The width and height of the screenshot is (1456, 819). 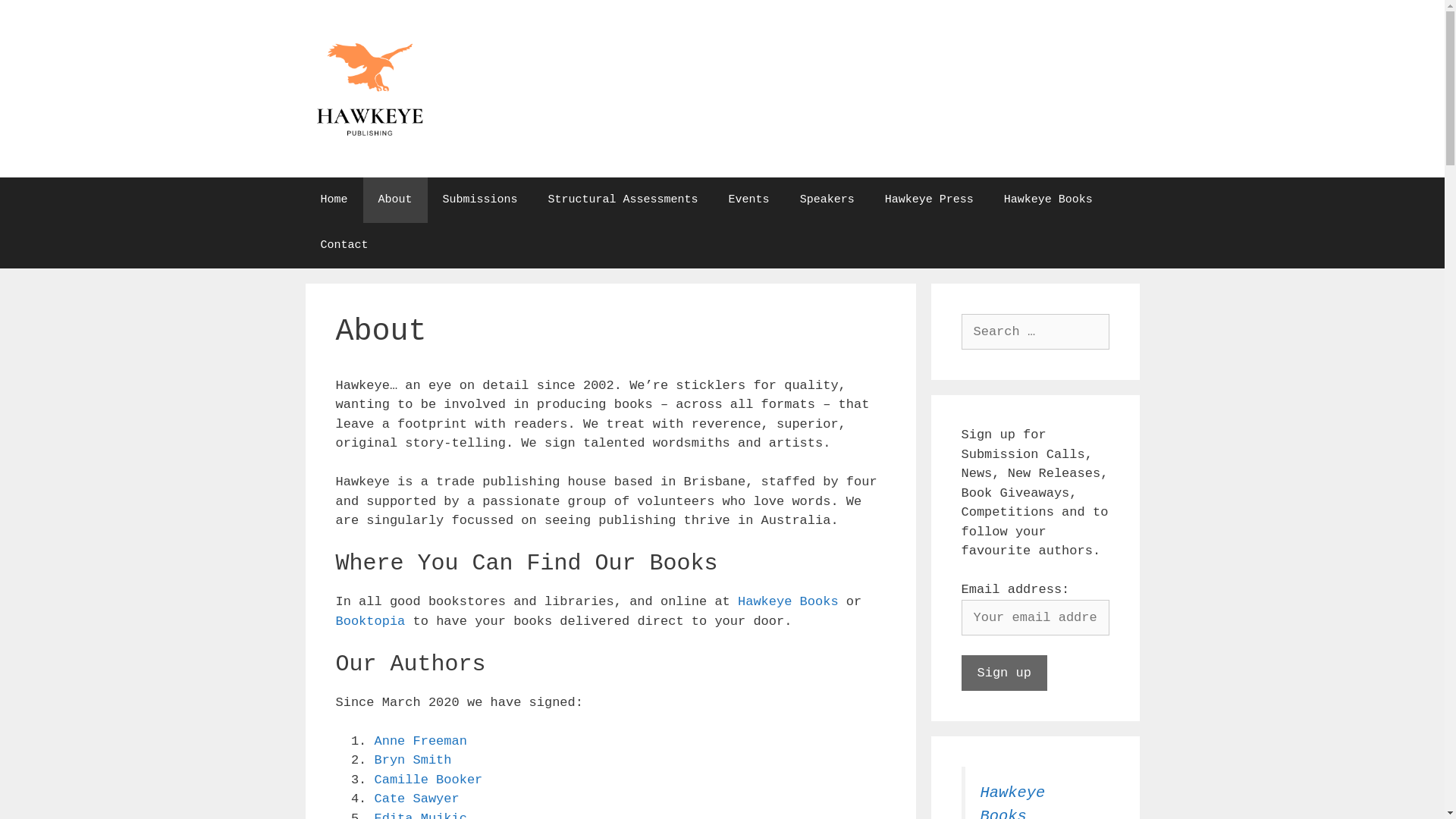 What do you see at coordinates (960, 672) in the screenshot?
I see `'Sign up'` at bounding box center [960, 672].